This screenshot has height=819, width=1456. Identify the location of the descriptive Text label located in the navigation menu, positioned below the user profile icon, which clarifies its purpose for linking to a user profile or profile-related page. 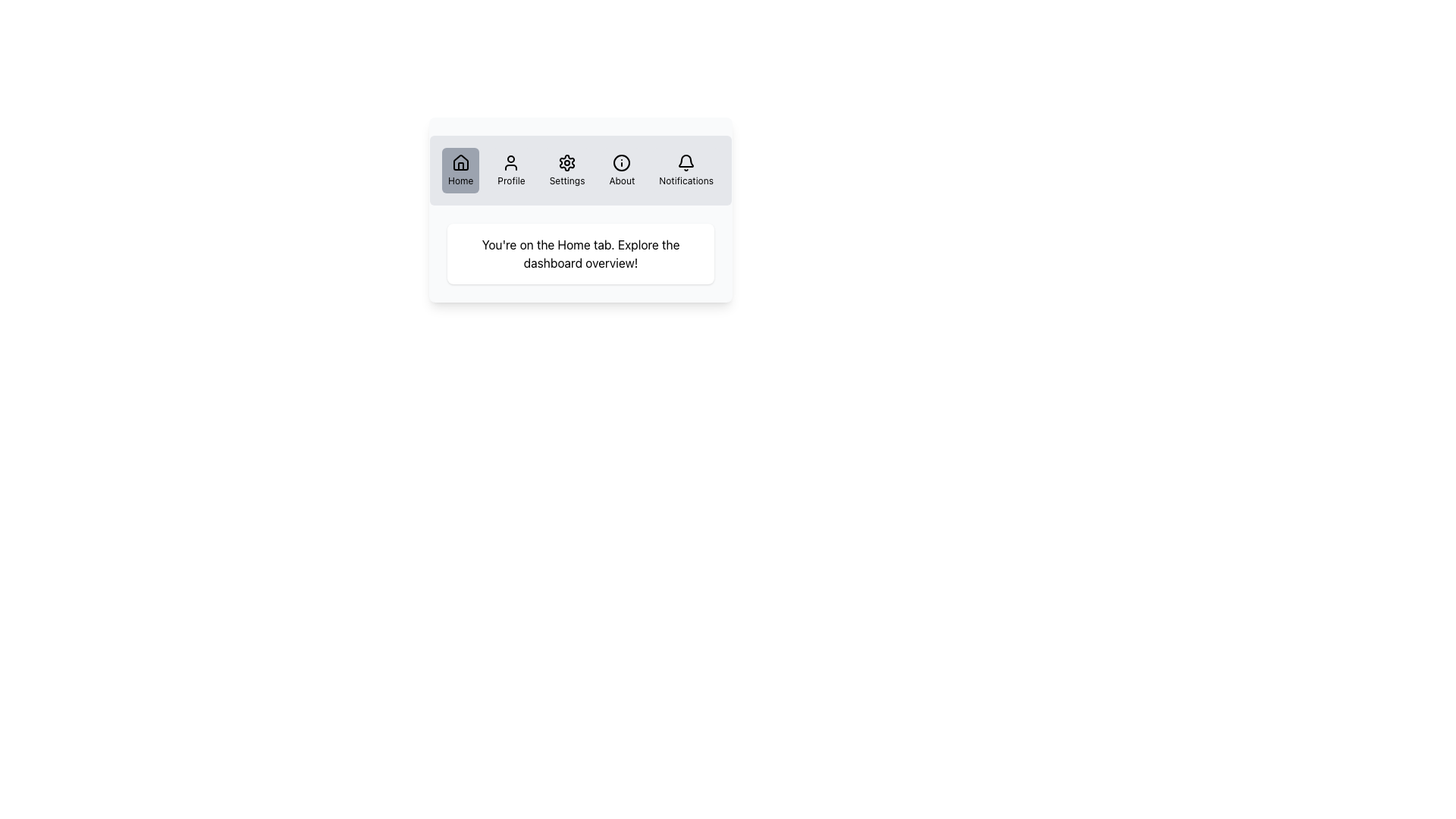
(511, 180).